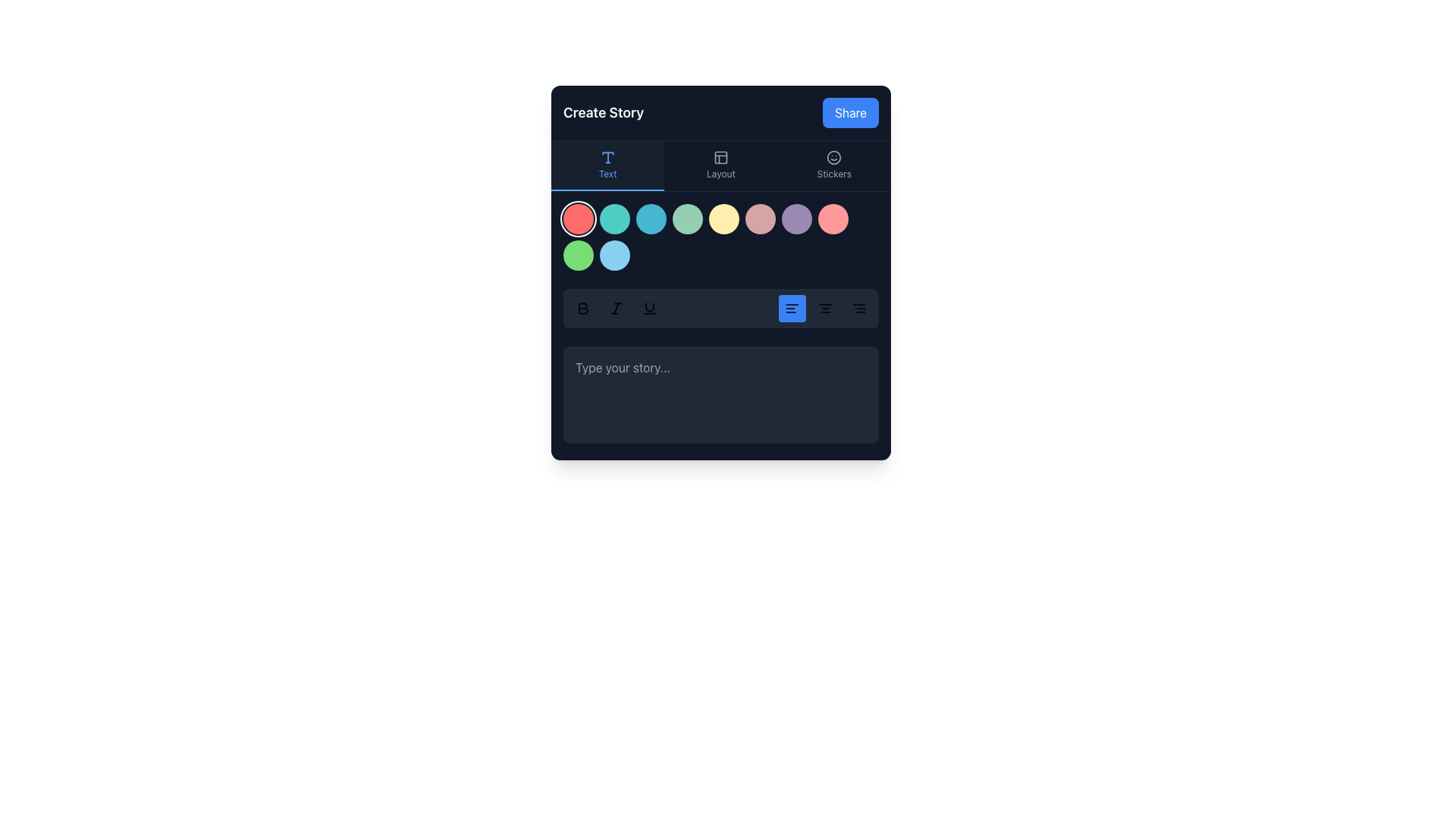 Image resolution: width=1456 pixels, height=819 pixels. What do you see at coordinates (603, 112) in the screenshot?
I see `the Text Label that serves as a title or heading for the panel, indicating its purpose related to creating stories, located at the top-left corner of the panel` at bounding box center [603, 112].